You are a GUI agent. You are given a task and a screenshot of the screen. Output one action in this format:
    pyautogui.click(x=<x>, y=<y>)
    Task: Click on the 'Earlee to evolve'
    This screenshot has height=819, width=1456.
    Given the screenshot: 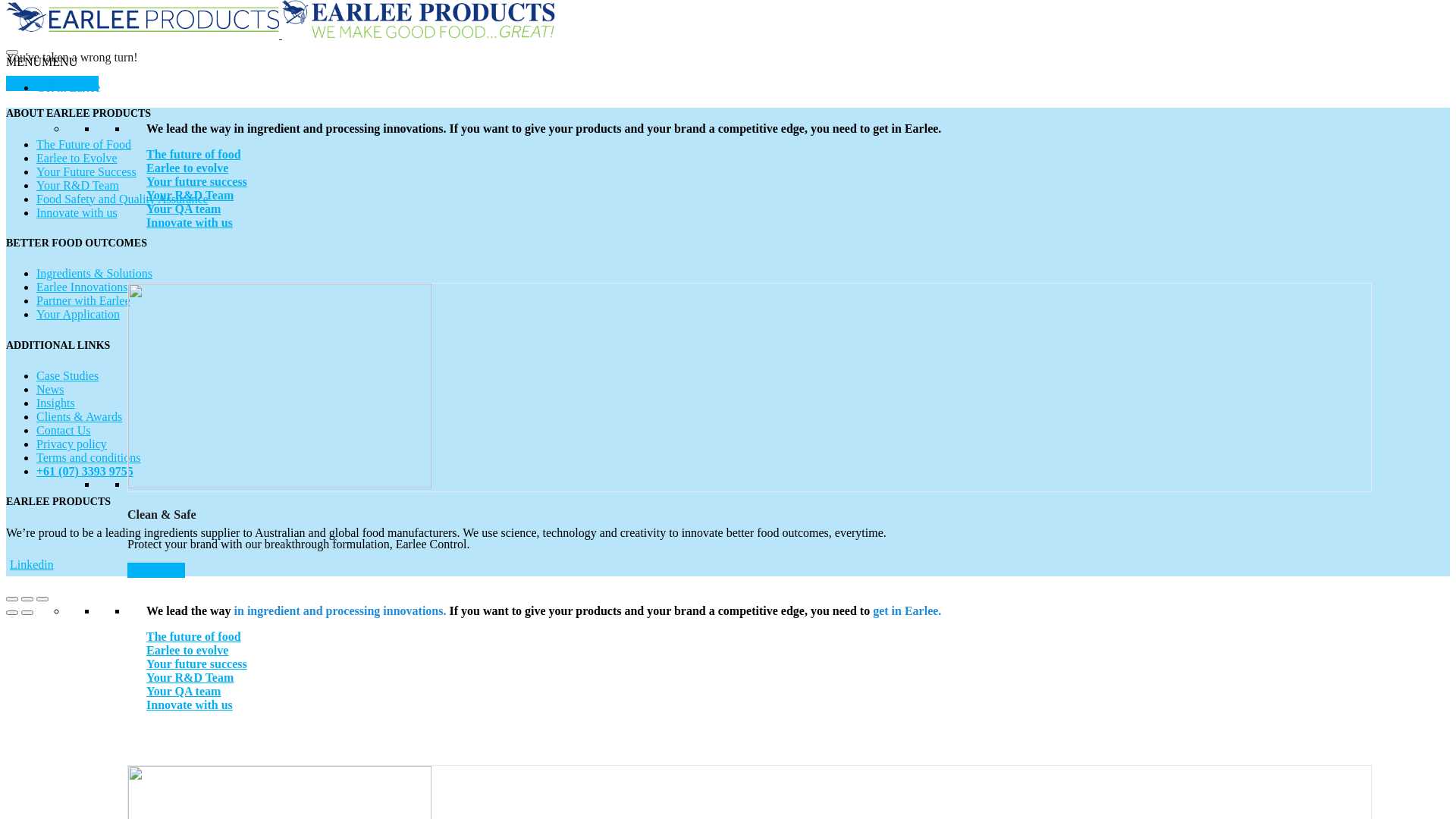 What is the action you would take?
    pyautogui.click(x=146, y=649)
    